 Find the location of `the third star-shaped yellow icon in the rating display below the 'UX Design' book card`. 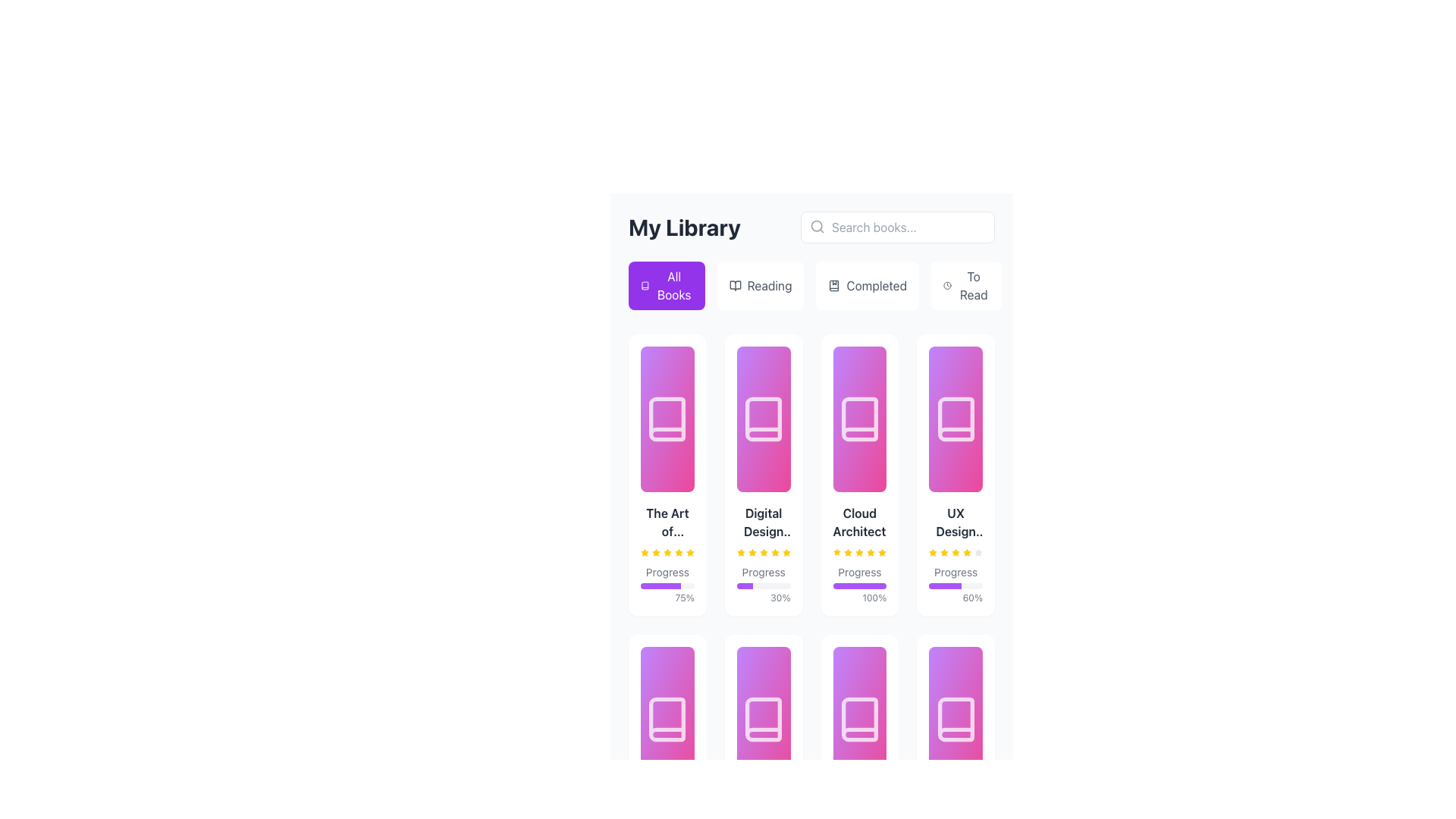

the third star-shaped yellow icon in the rating display below the 'UX Design' book card is located at coordinates (955, 552).